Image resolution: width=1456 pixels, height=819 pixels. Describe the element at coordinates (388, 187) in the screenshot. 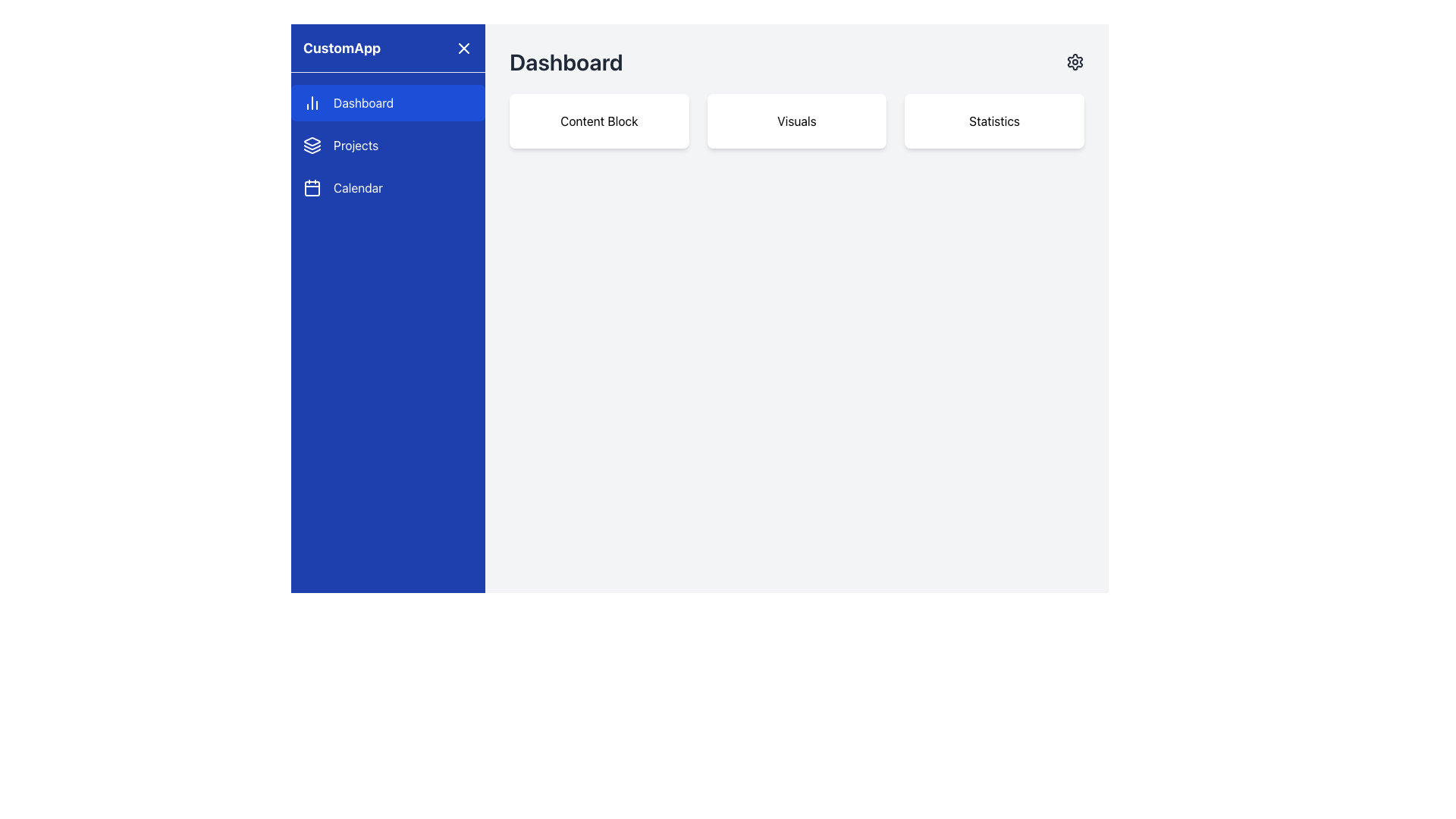

I see `the Navigation Button located in the sidebar` at that location.